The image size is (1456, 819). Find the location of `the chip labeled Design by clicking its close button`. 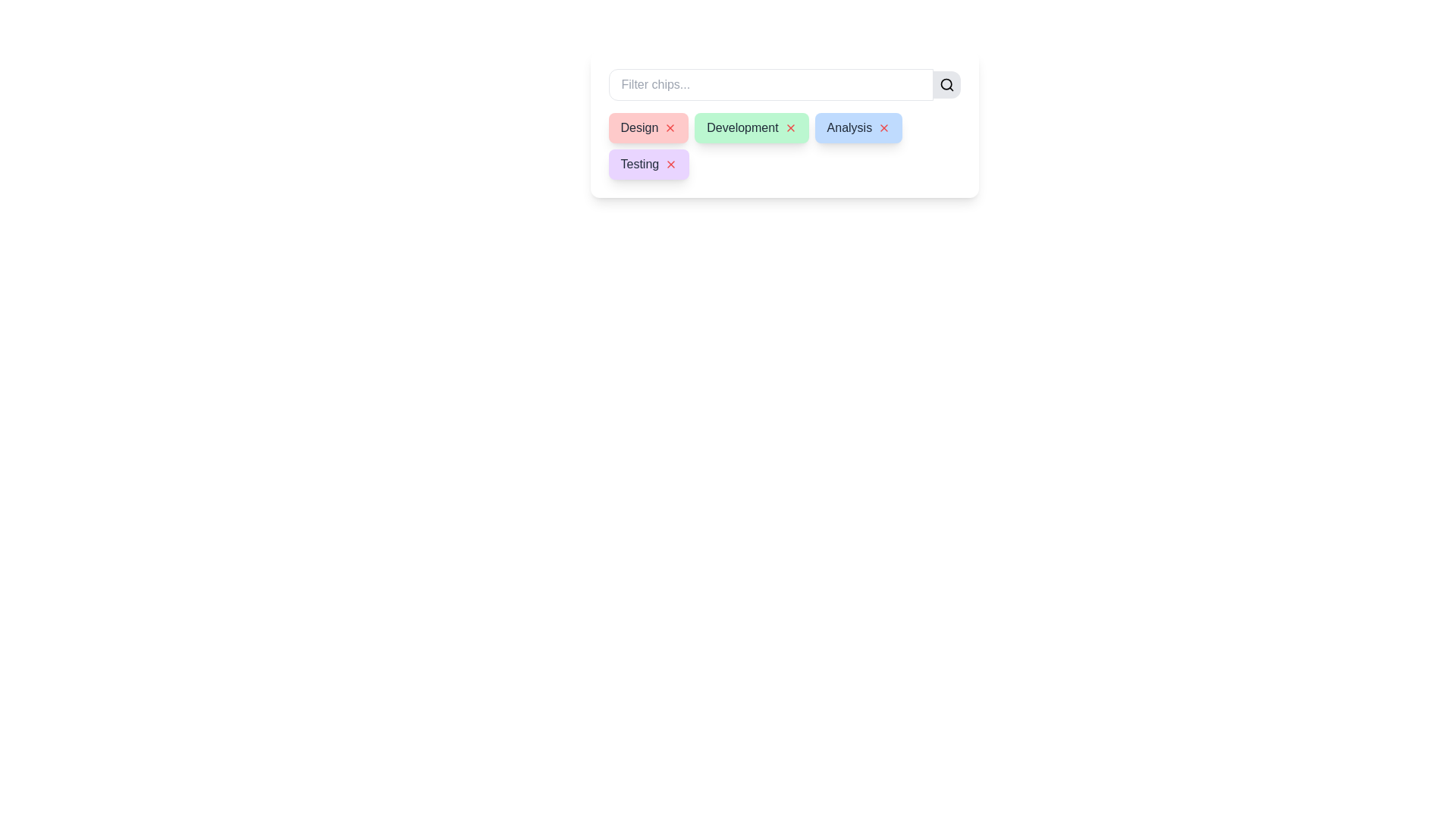

the chip labeled Design by clicking its close button is located at coordinates (670, 127).